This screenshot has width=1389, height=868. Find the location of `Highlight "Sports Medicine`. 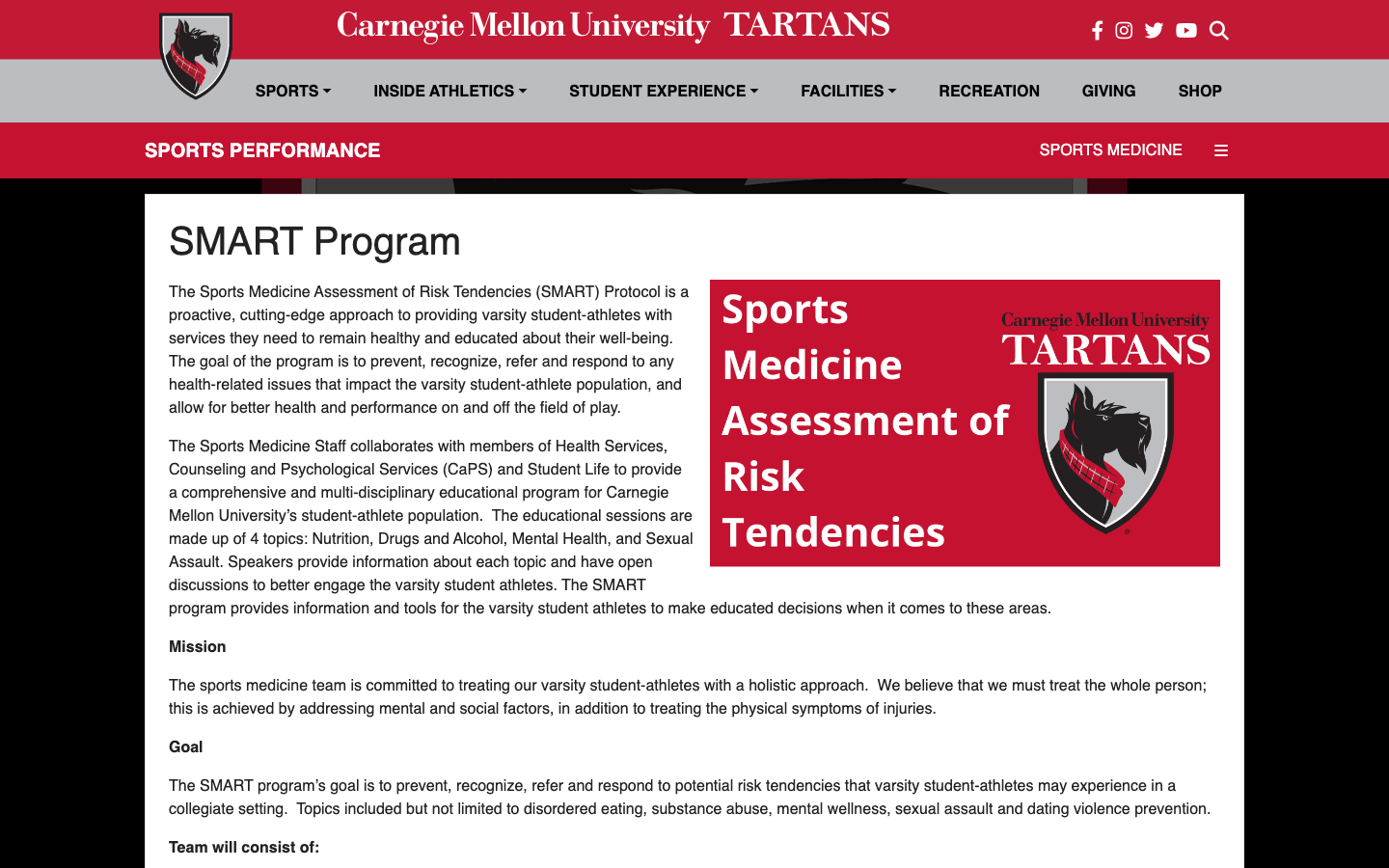

Highlight "Sports Medicine is located at coordinates (1111, 149).